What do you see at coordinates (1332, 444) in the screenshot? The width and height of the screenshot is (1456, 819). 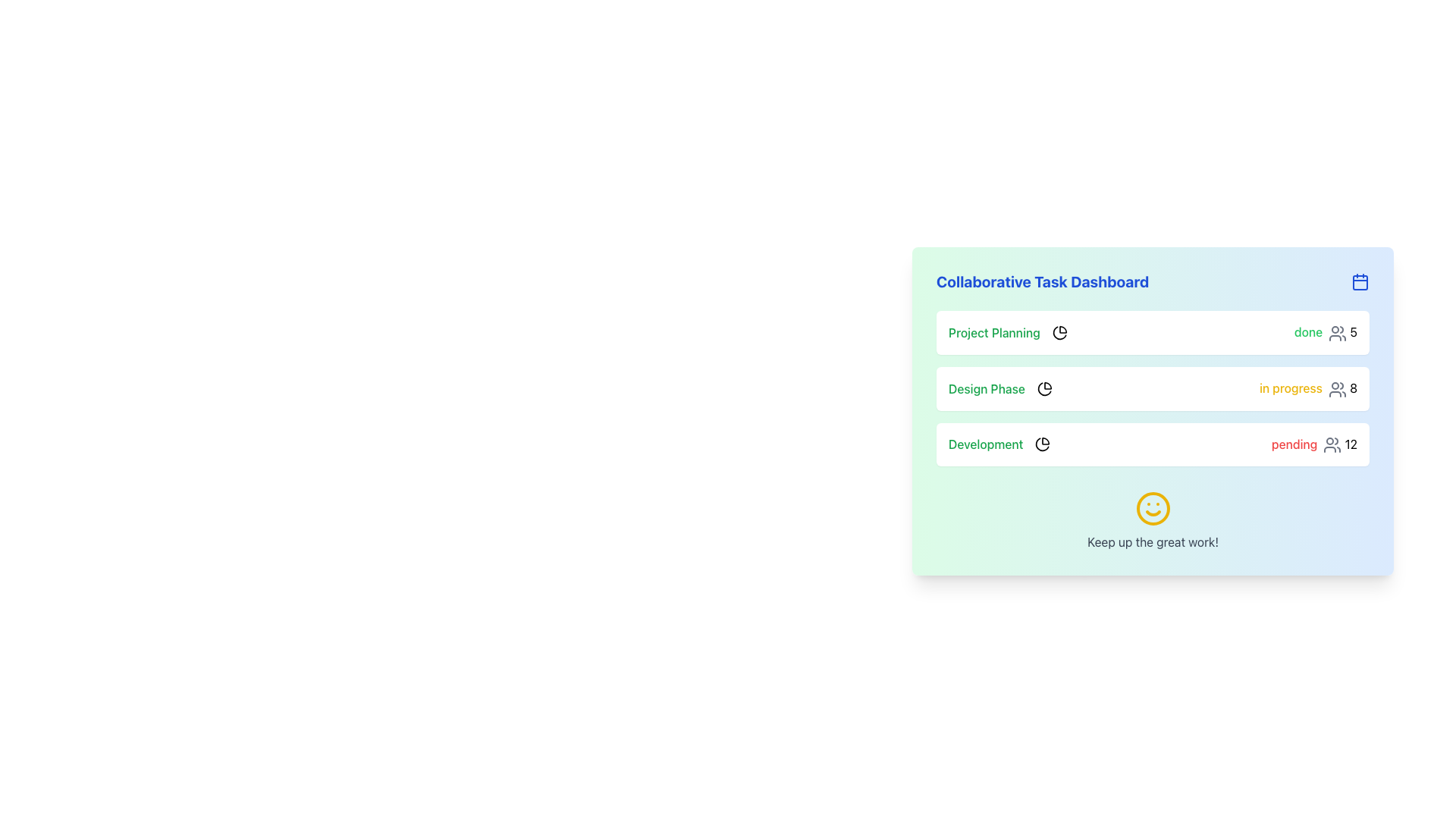 I see `the icon indicating the number of pending team members or tasks associated with the 'Development' status, located between the text 'pending' and the number '12' in the 'Collaborative Task Dashboard'` at bounding box center [1332, 444].